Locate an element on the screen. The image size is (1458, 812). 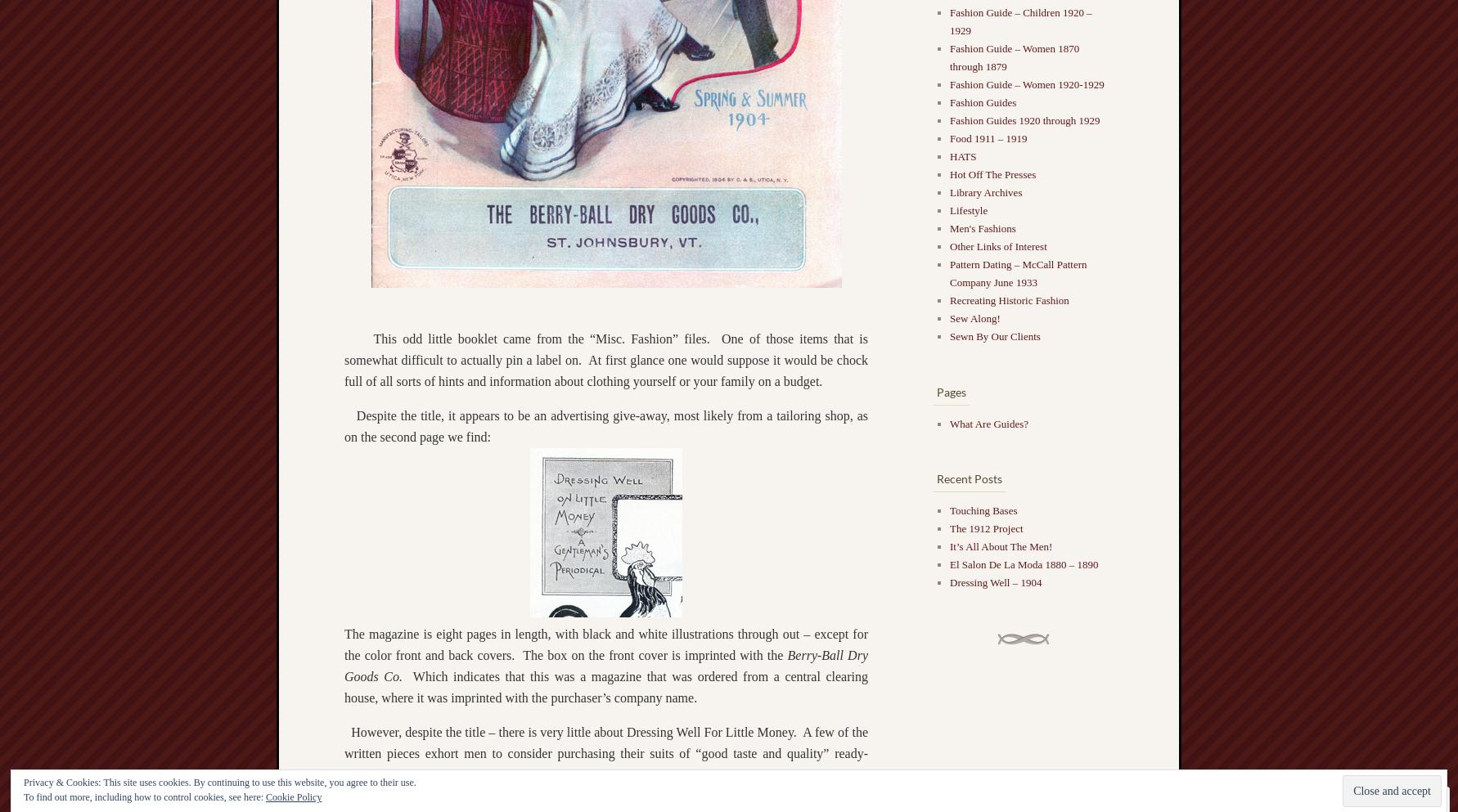
'The 1912 Project' is located at coordinates (948, 527).